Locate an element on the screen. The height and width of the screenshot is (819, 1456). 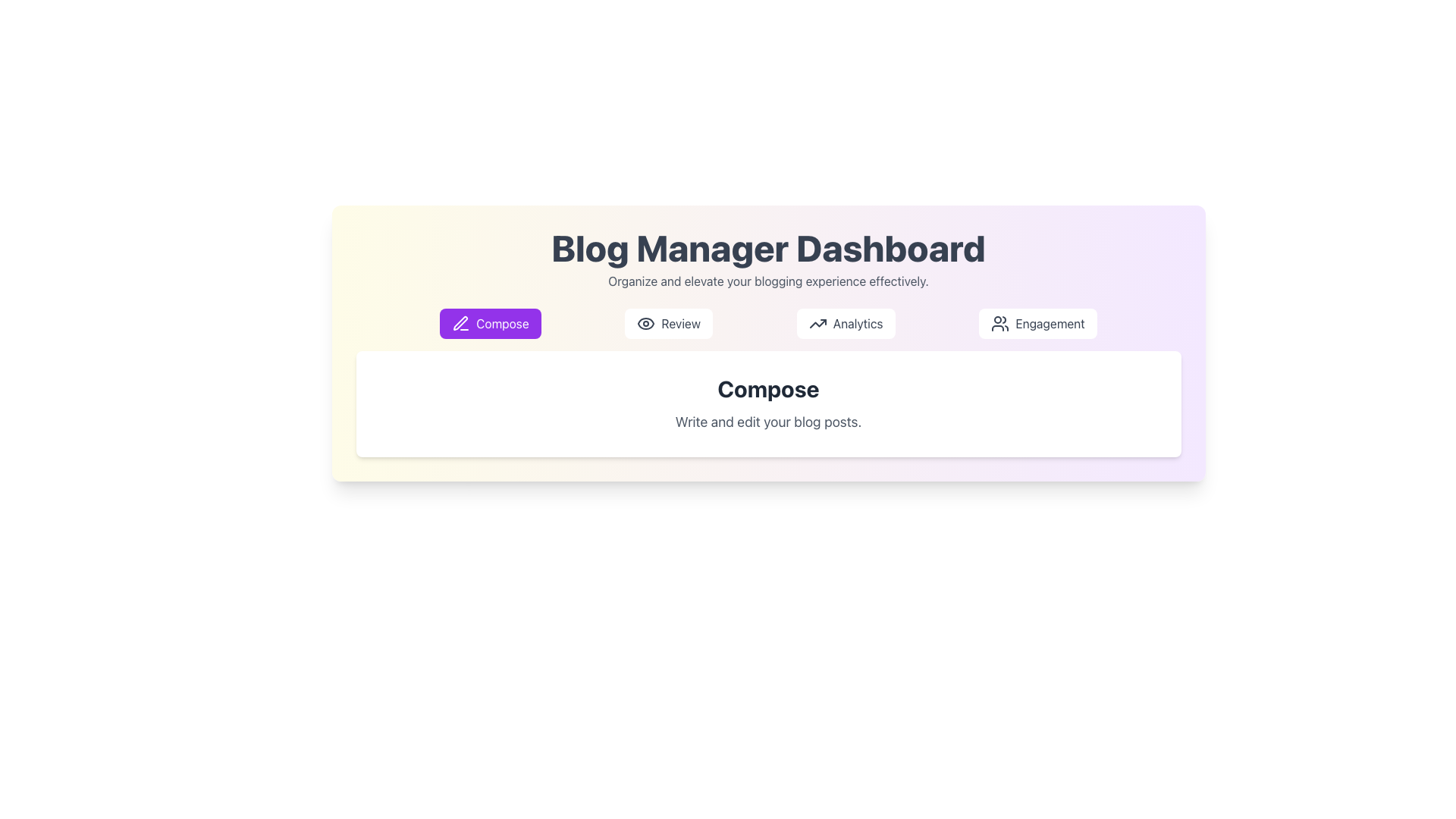
static informational text that reads 'Organize and elevate your blogging experience effectively.' positioned below the header 'Blog Manager Dashboard.' is located at coordinates (768, 281).